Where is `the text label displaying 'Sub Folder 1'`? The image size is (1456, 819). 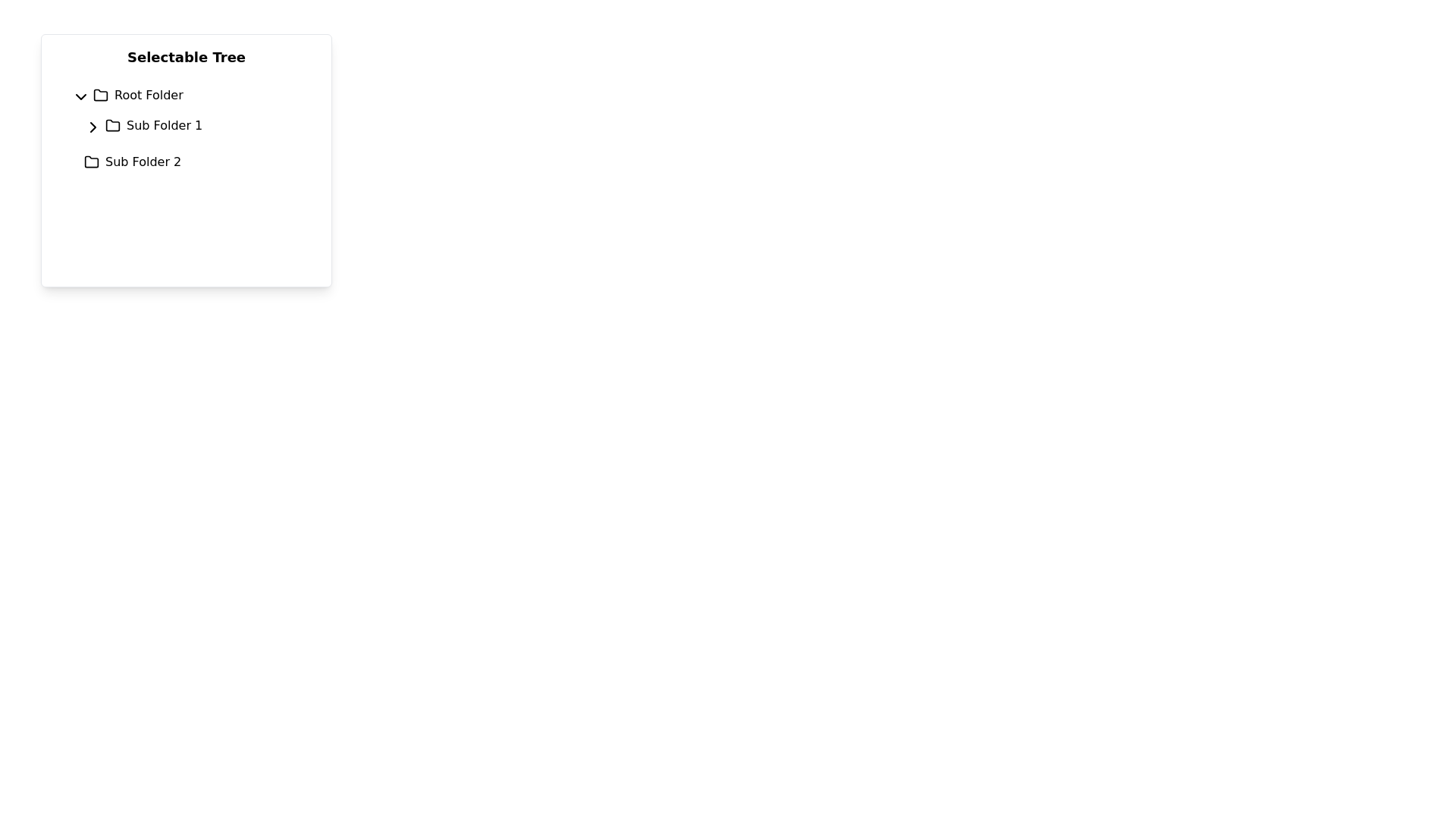 the text label displaying 'Sub Folder 1' is located at coordinates (165, 124).